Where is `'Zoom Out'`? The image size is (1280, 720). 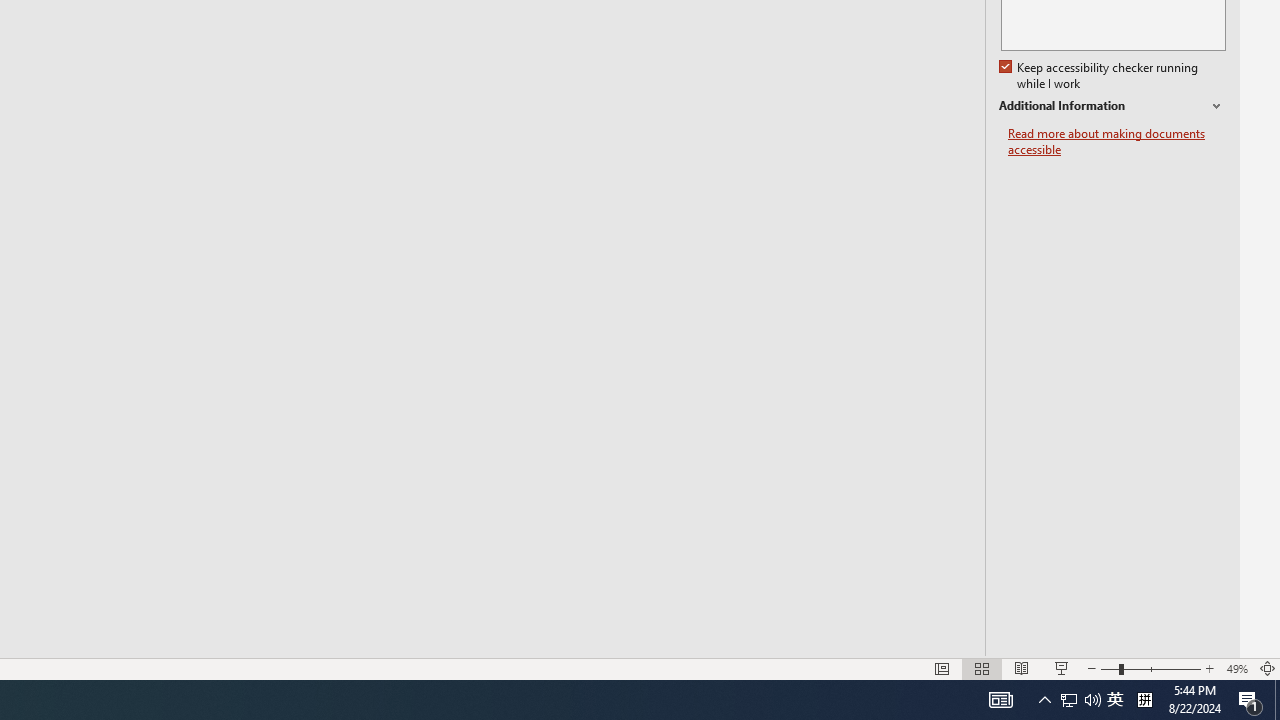
'Zoom Out' is located at coordinates (1108, 669).